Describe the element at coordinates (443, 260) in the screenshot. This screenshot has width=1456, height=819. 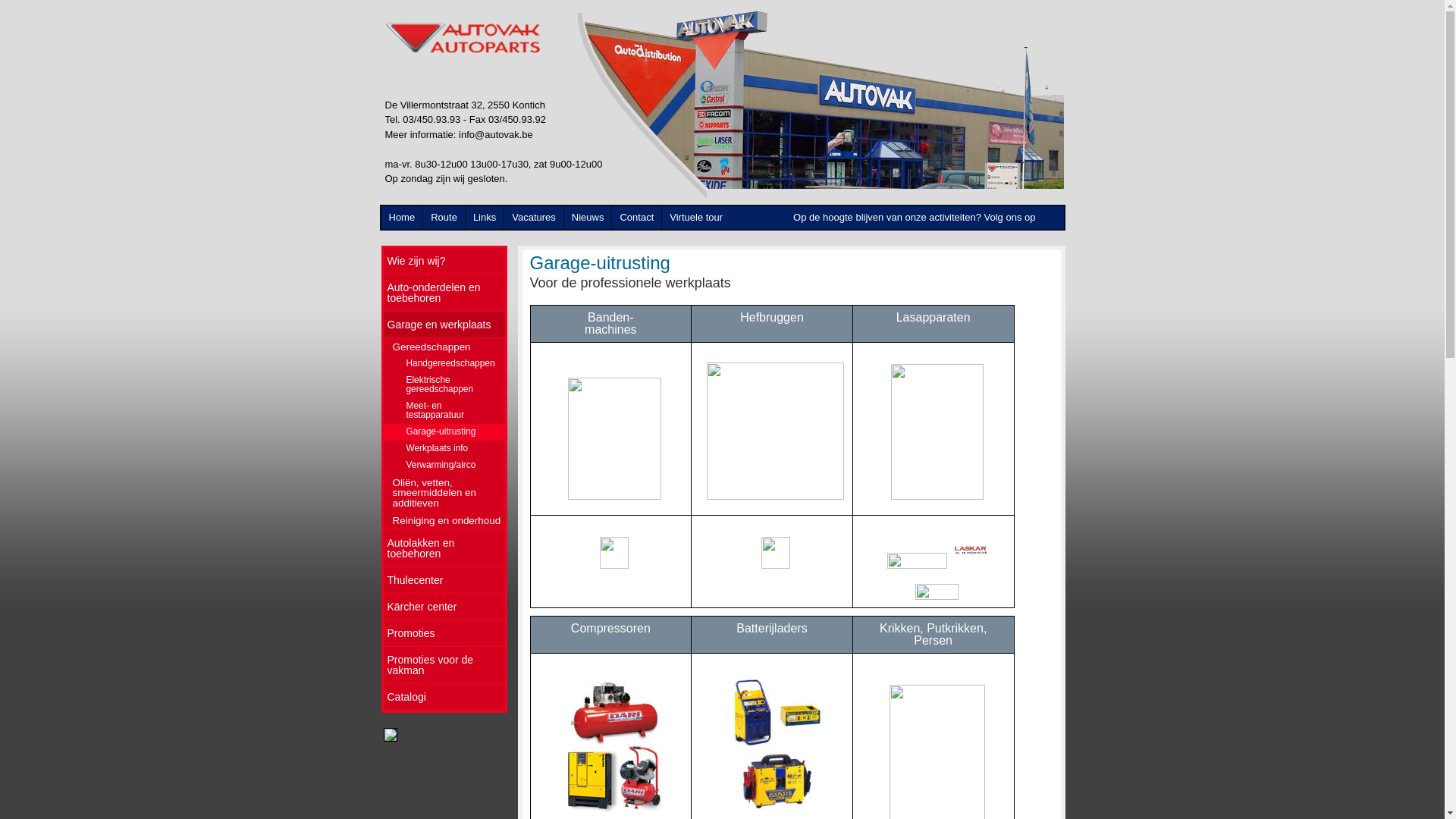
I see `'Wie zijn wij?'` at that location.